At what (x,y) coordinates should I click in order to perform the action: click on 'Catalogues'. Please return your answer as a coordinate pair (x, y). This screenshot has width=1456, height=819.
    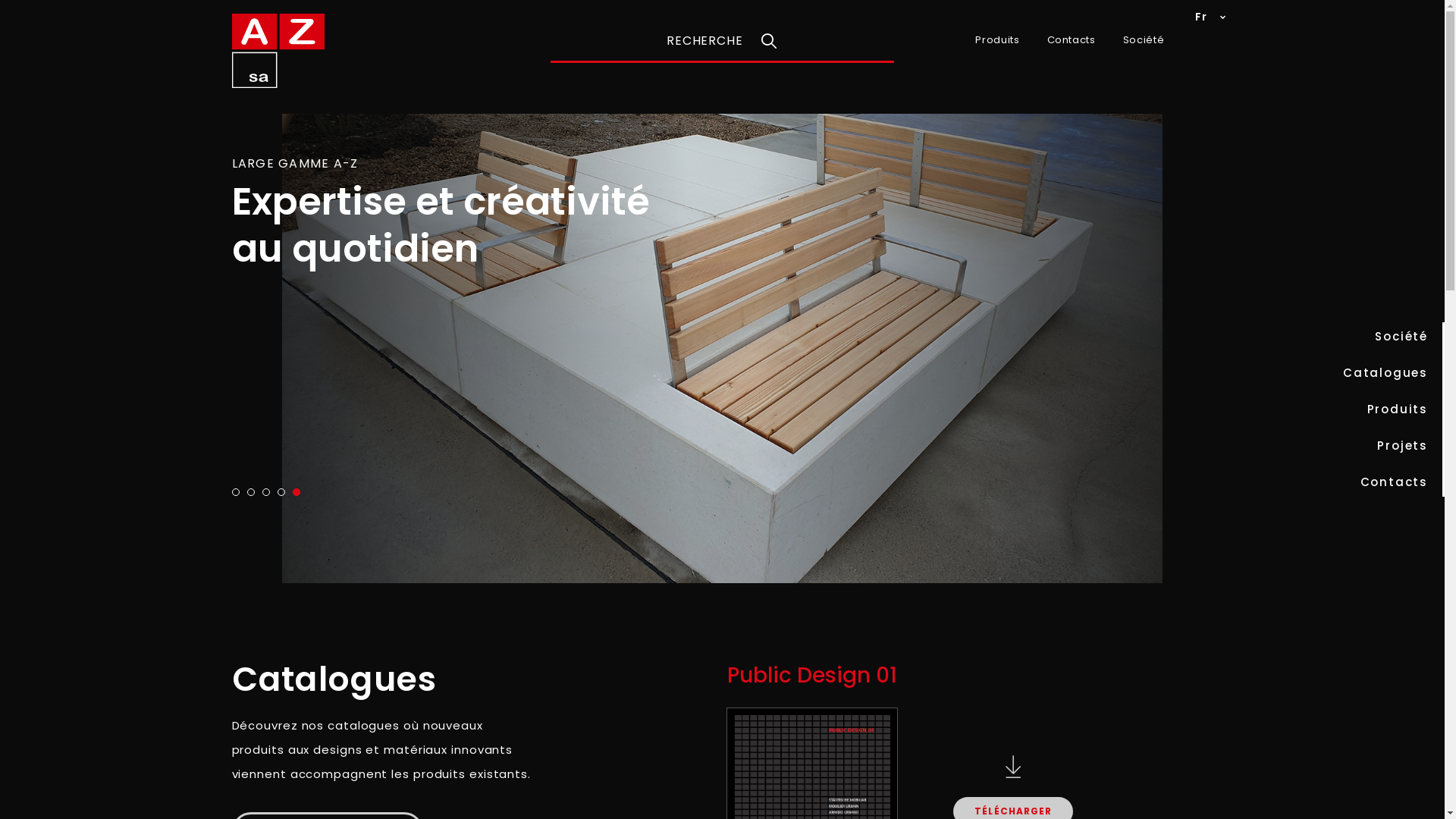
    Looking at the image, I should click on (1385, 373).